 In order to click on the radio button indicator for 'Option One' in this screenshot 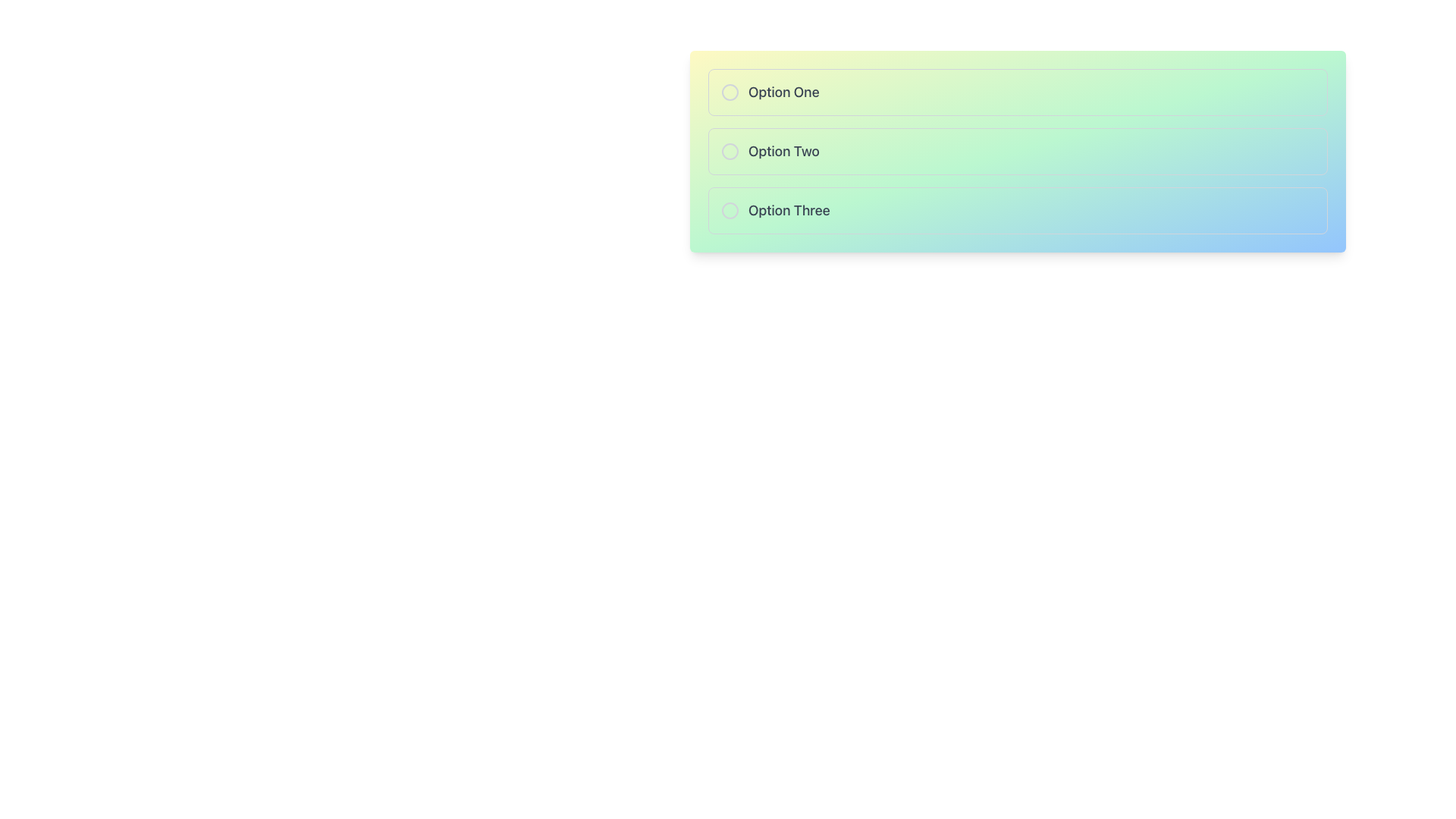, I will do `click(730, 93)`.